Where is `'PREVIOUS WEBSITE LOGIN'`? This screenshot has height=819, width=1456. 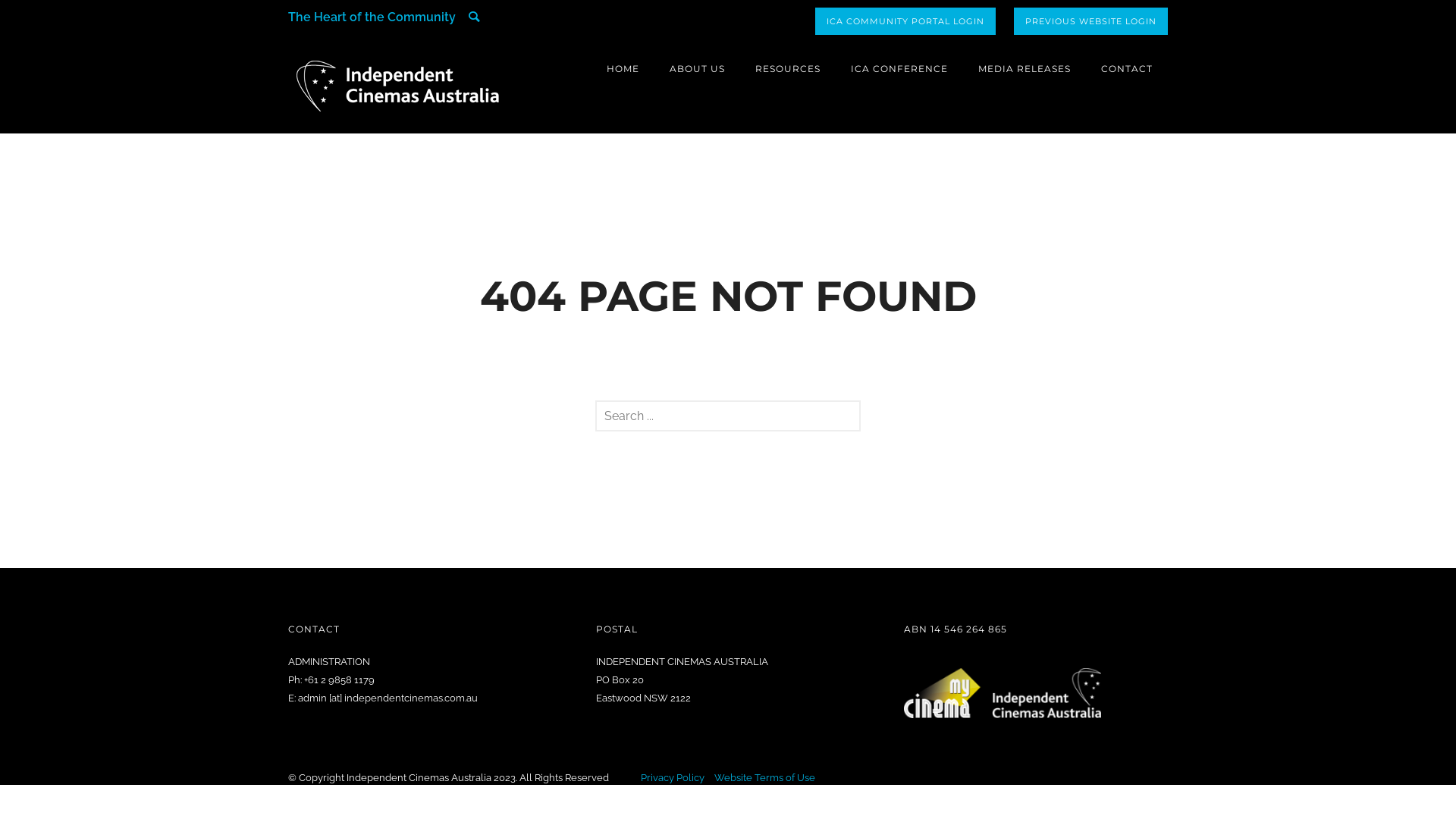 'PREVIOUS WEBSITE LOGIN' is located at coordinates (1090, 20).